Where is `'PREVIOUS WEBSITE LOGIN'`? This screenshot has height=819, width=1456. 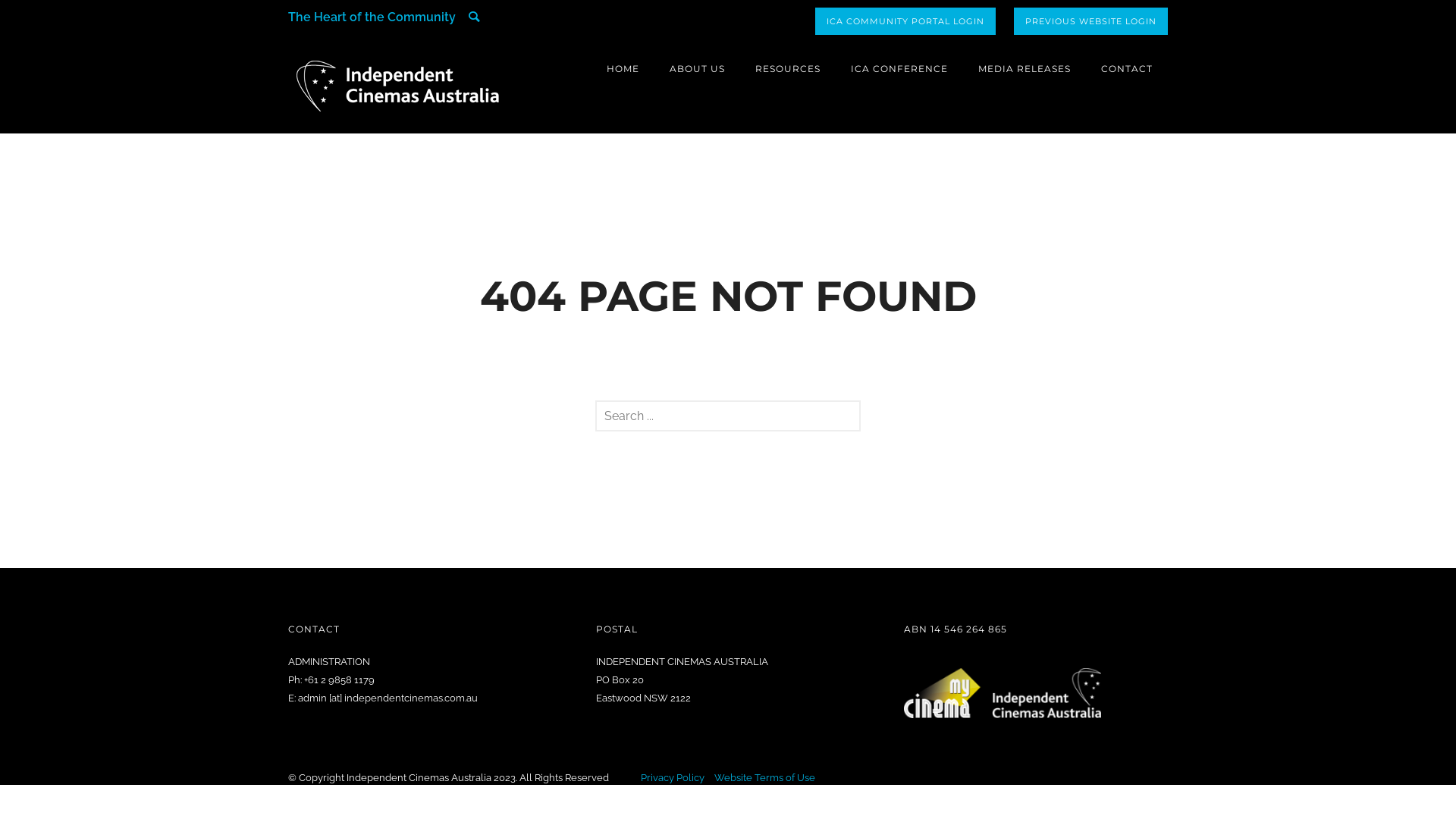 'PREVIOUS WEBSITE LOGIN' is located at coordinates (1090, 20).